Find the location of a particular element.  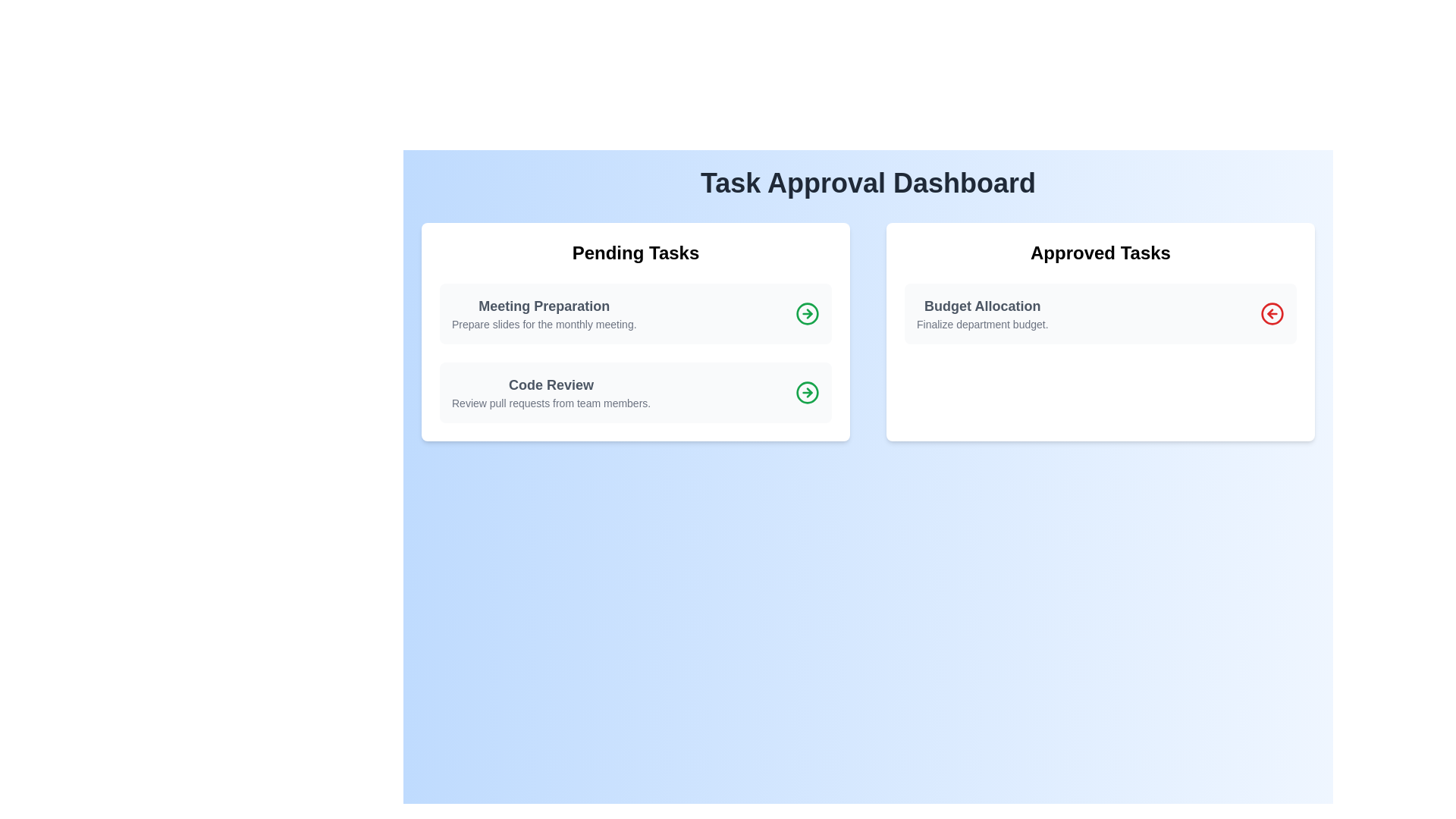

the 'Budget Allocation' task card located in the 'Approved Tasks' section, which is positioned to the right of the 'Pending Tasks' section is located at coordinates (1100, 312).